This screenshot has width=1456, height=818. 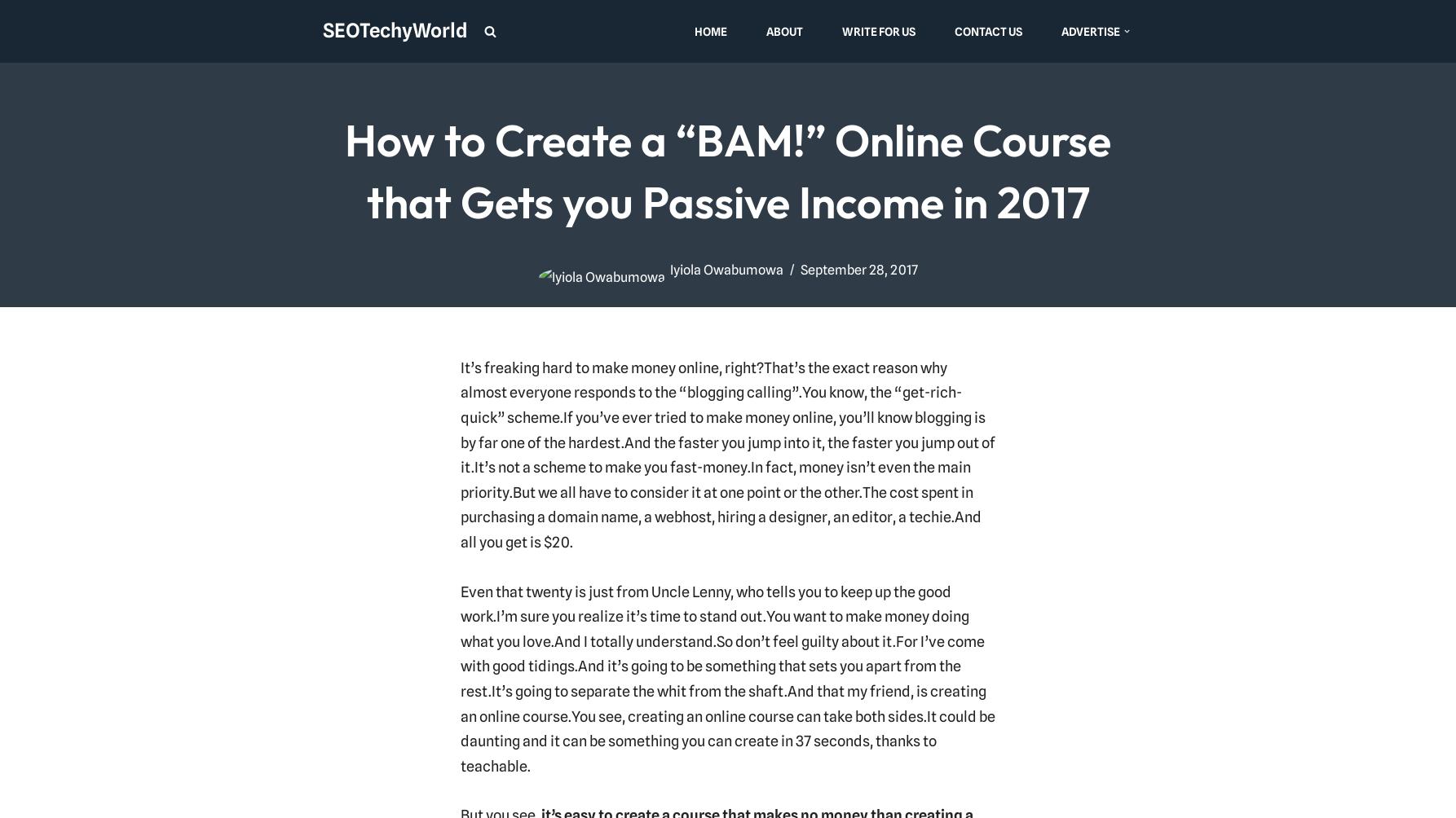 I want to click on 'Even that twenty is just from Uncle Lenny, who tells you to keep up the good work.', so click(x=704, y=602).